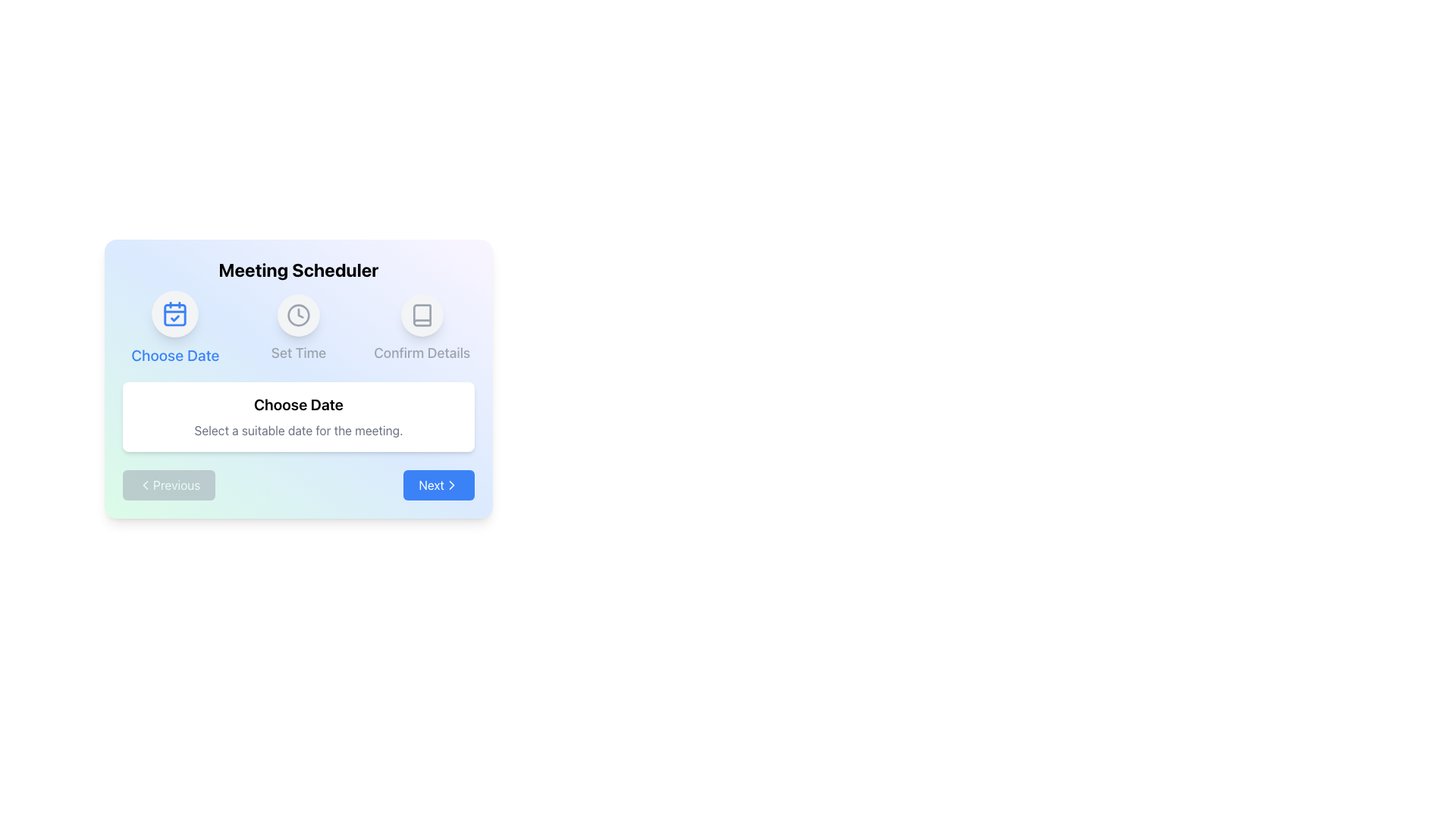 The image size is (1456, 819). Describe the element at coordinates (298, 315) in the screenshot. I see `the innermost circular part of the clock icon, which visually contributes to the representation of a clock under the 'Set Time' label` at that location.